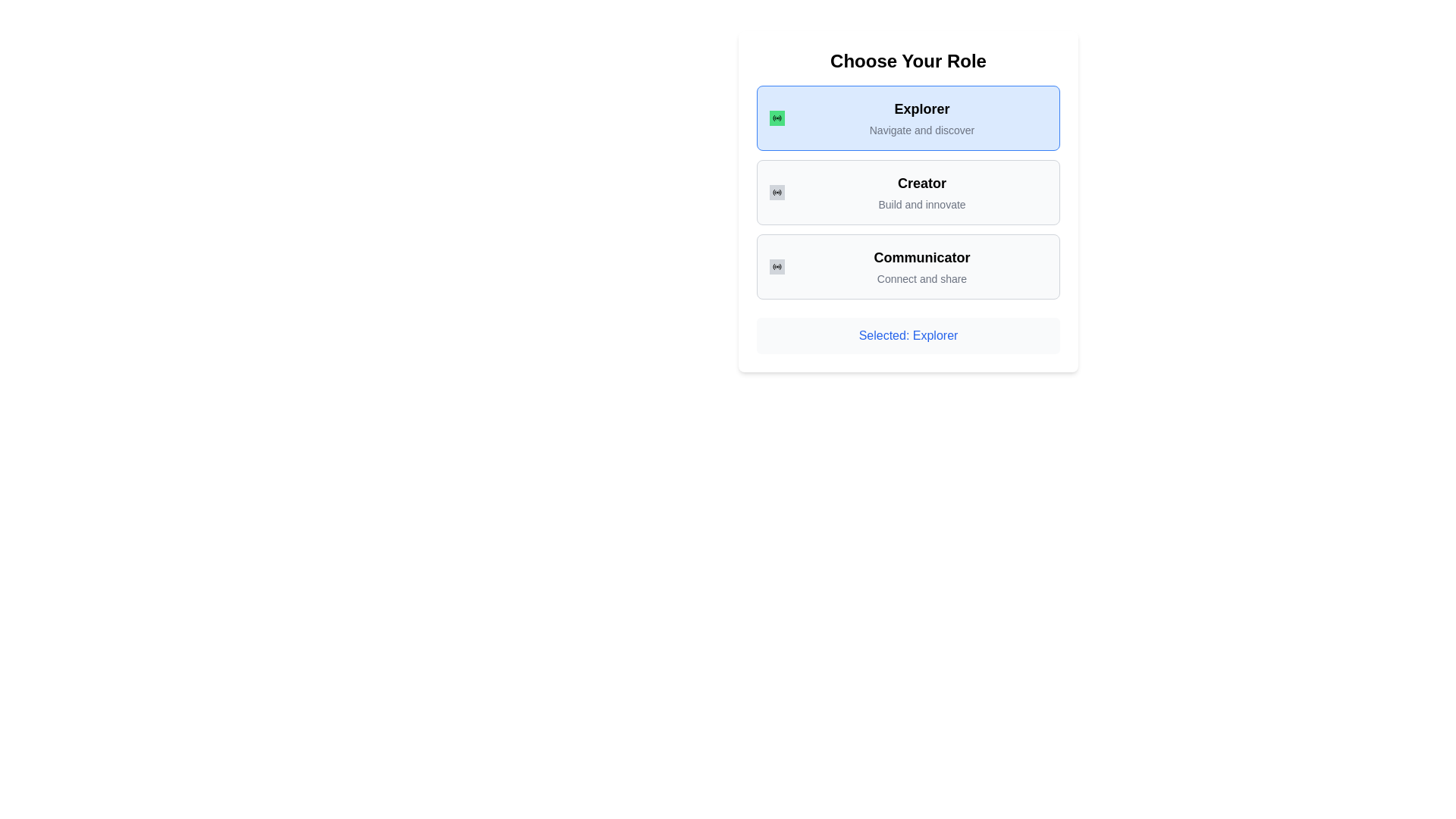  What do you see at coordinates (921, 130) in the screenshot?
I see `supplementary text label providing context for the 'Explorer' section located directly below the bold header 'Explorer' in the 'Choose Your Role' interface` at bounding box center [921, 130].